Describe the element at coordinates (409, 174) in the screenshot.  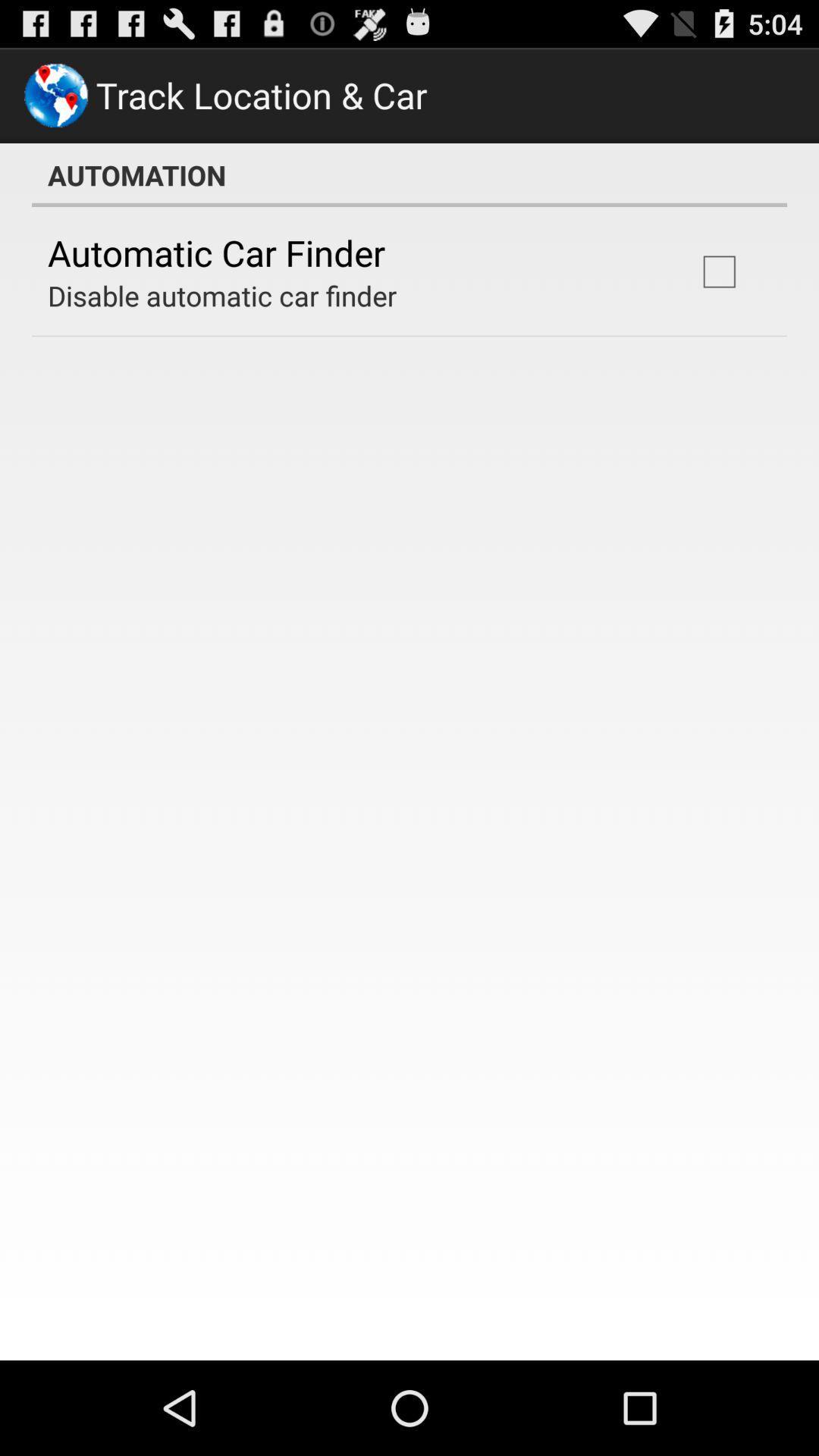
I see `automation item` at that location.